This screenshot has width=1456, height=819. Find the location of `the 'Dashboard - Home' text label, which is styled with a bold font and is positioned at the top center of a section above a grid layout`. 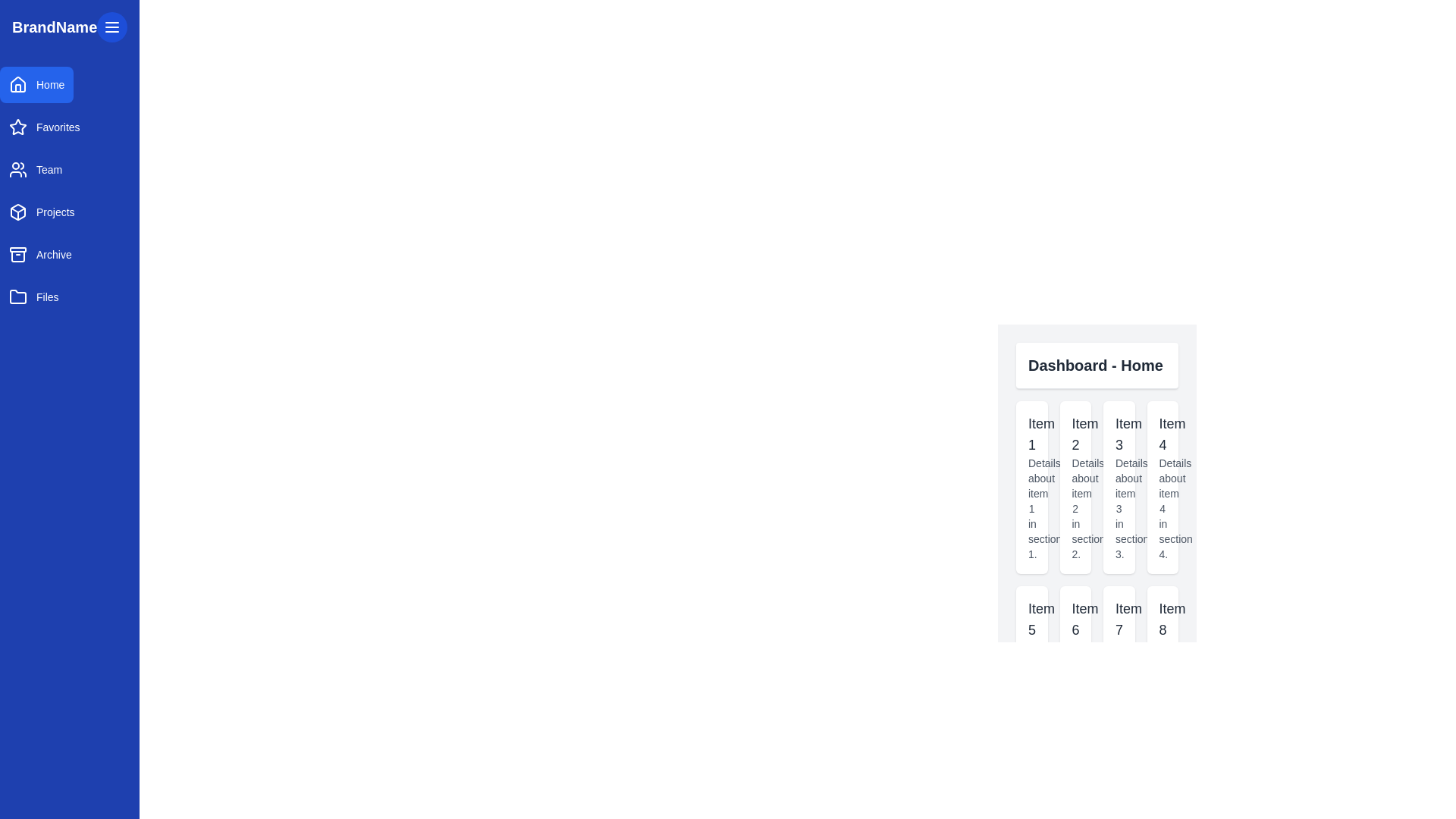

the 'Dashboard - Home' text label, which is styled with a bold font and is positioned at the top center of a section above a grid layout is located at coordinates (1095, 366).